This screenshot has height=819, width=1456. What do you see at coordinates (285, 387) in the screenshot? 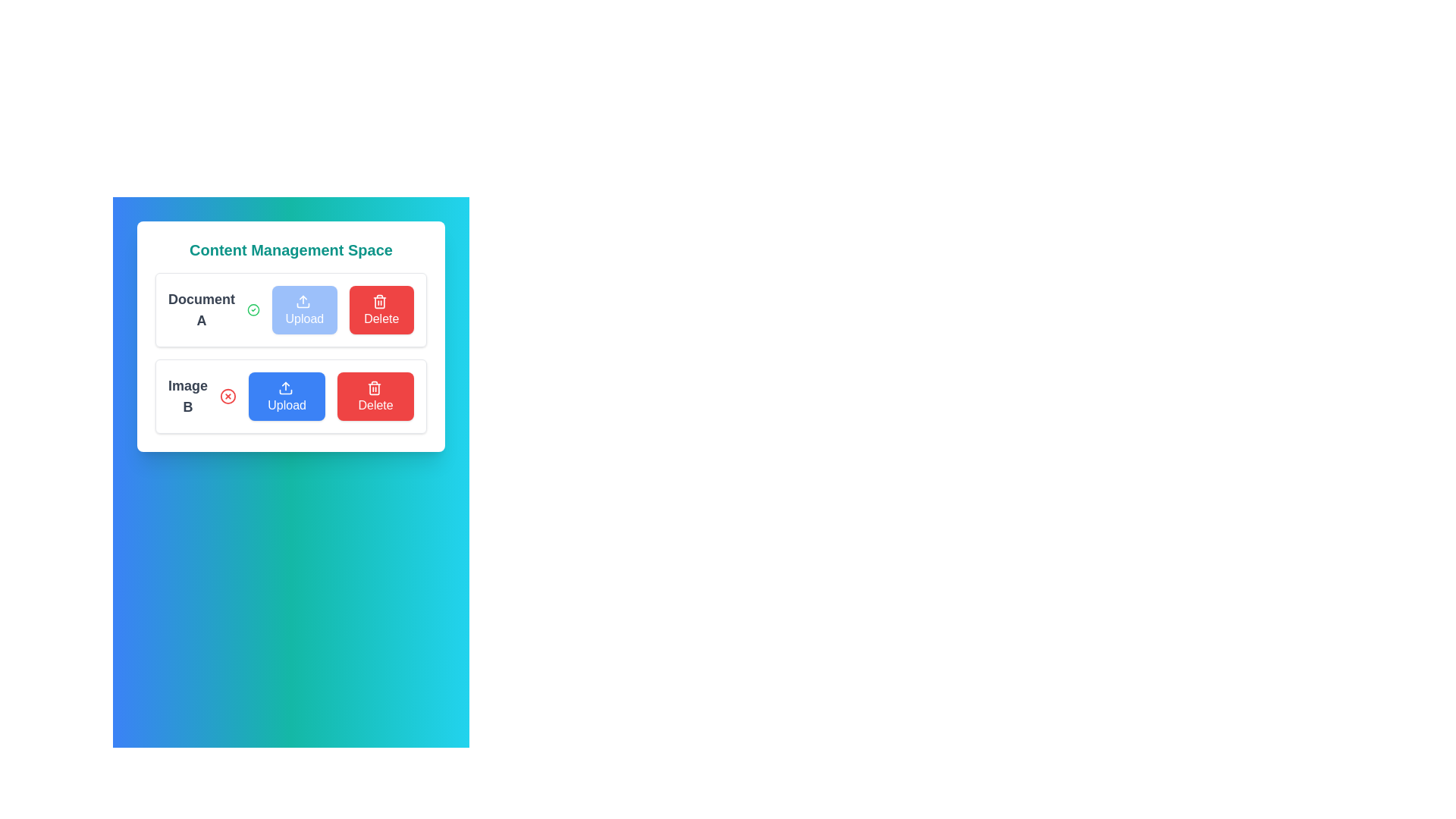
I see `the upload icon within the 'Upload' button located in the second row of the content management interface, which is part of the 'Image B' row` at bounding box center [285, 387].